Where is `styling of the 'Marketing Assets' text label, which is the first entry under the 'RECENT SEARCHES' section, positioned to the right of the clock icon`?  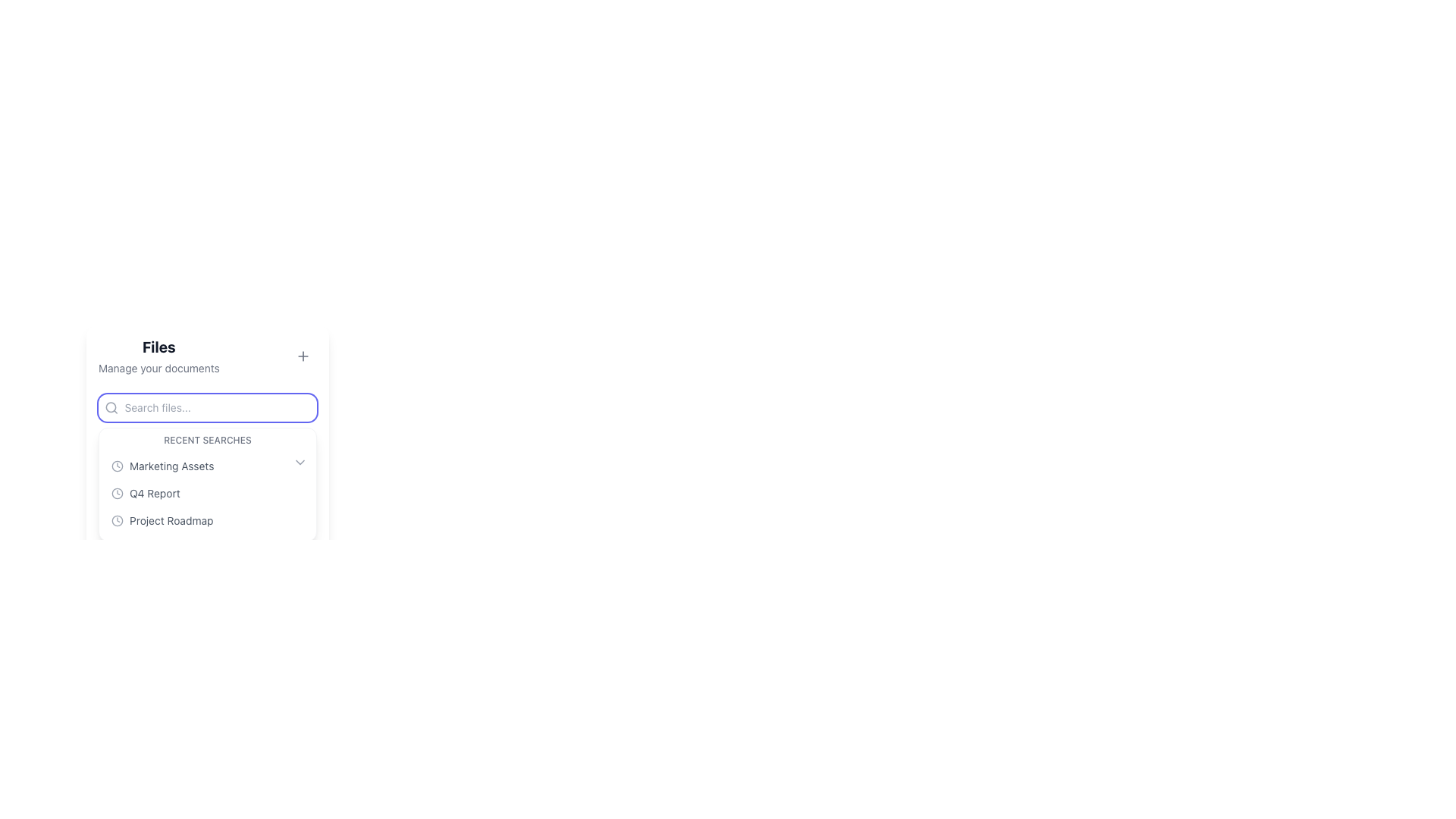
styling of the 'Marketing Assets' text label, which is the first entry under the 'RECENT SEARCHES' section, positioned to the right of the clock icon is located at coordinates (171, 465).